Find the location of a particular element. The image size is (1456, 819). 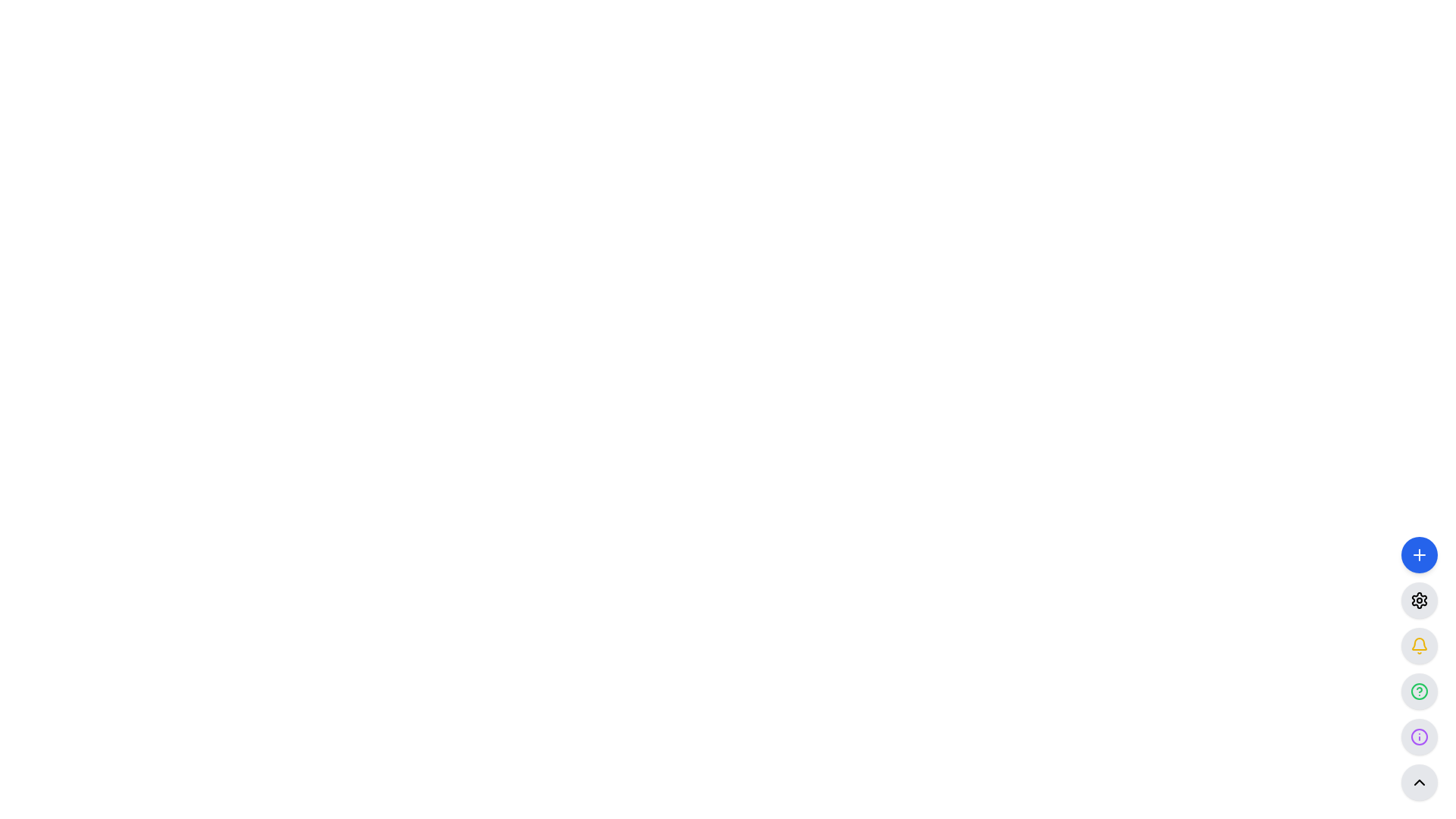

the circular green button with a question mark icon, which is the third button in a vertical stack of buttons is located at coordinates (1419, 691).